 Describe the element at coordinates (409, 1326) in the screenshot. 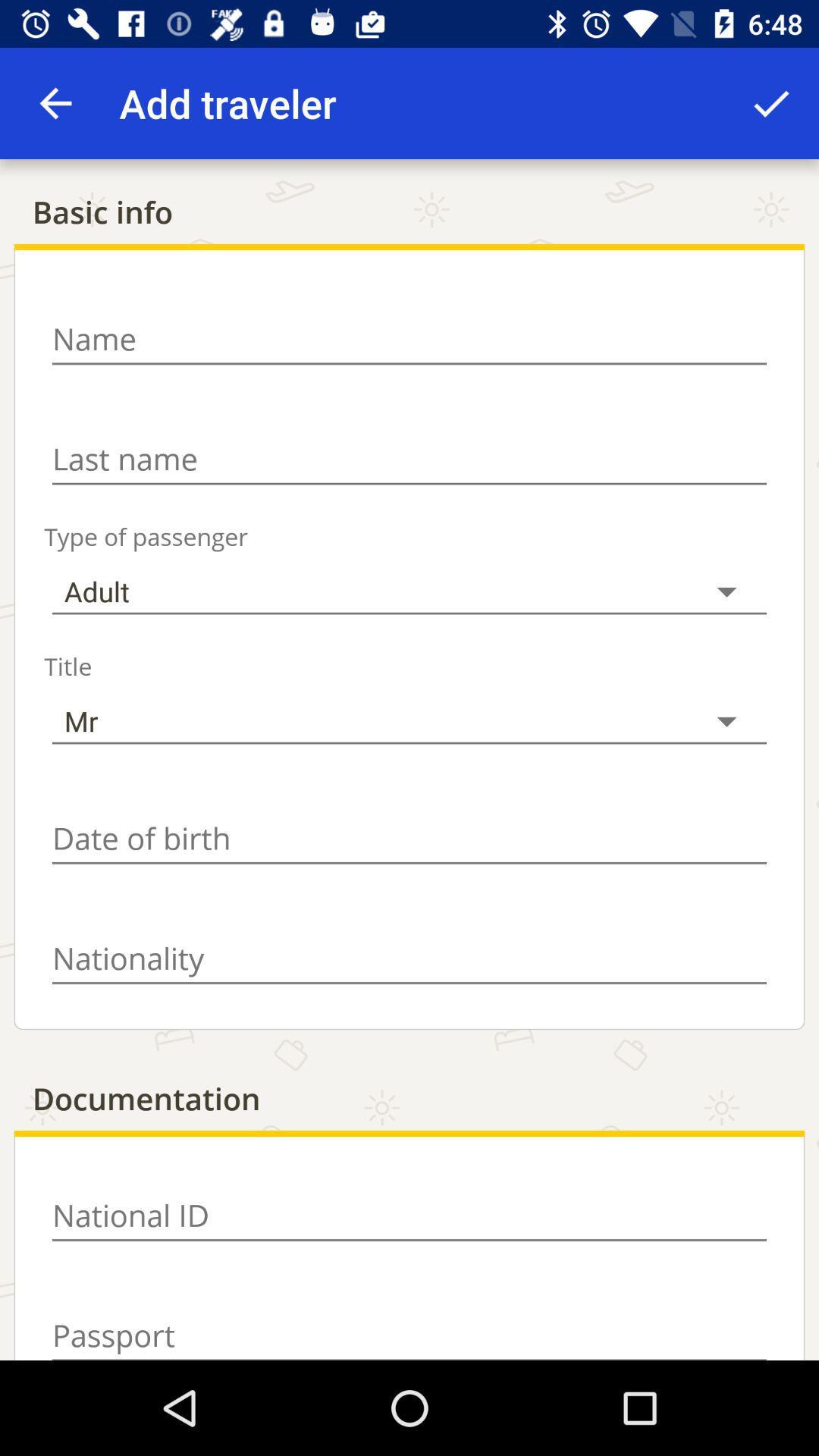

I see `open text box for passport` at that location.